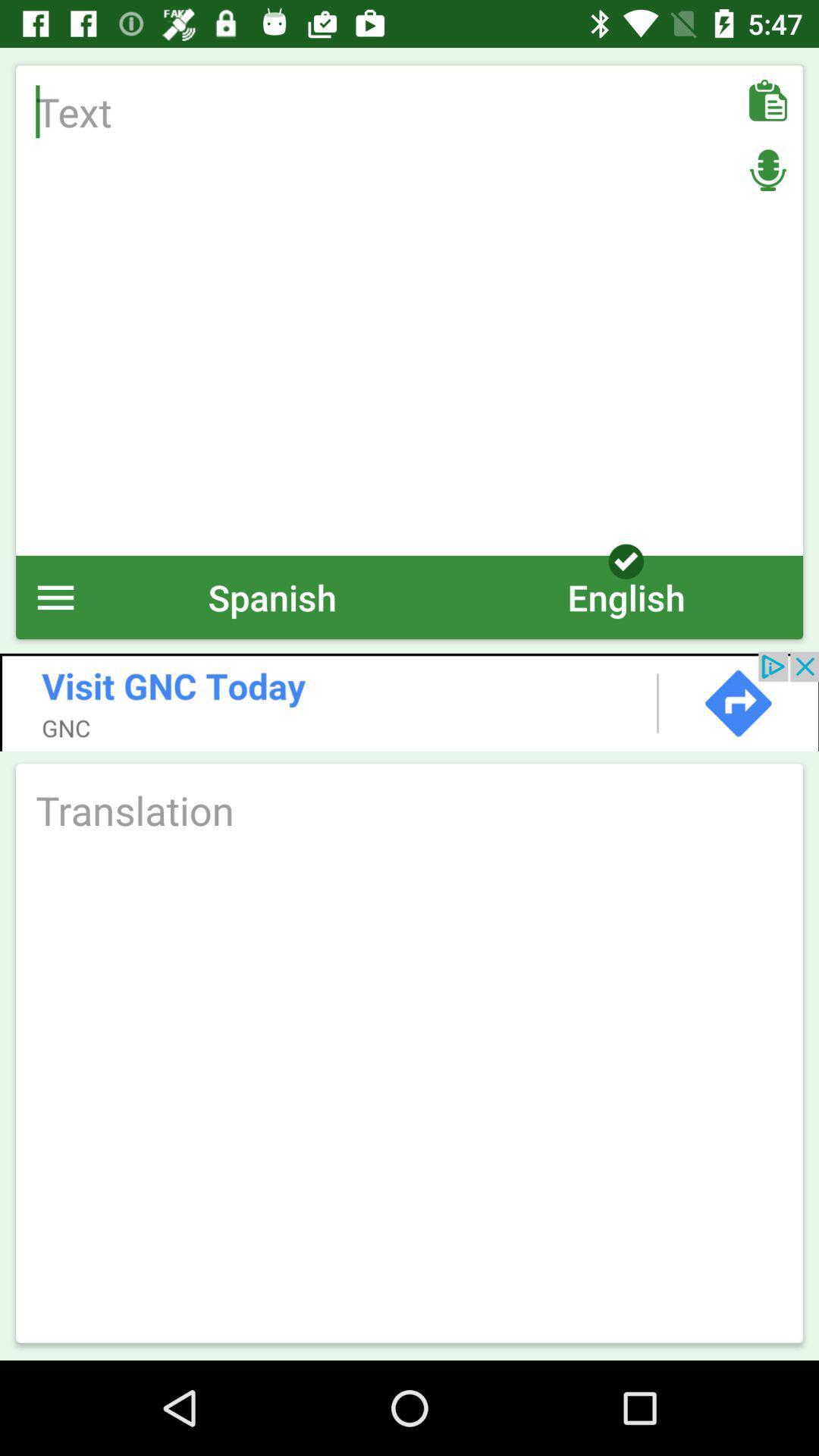 Image resolution: width=819 pixels, height=1456 pixels. Describe the element at coordinates (409, 809) in the screenshot. I see `translate something` at that location.